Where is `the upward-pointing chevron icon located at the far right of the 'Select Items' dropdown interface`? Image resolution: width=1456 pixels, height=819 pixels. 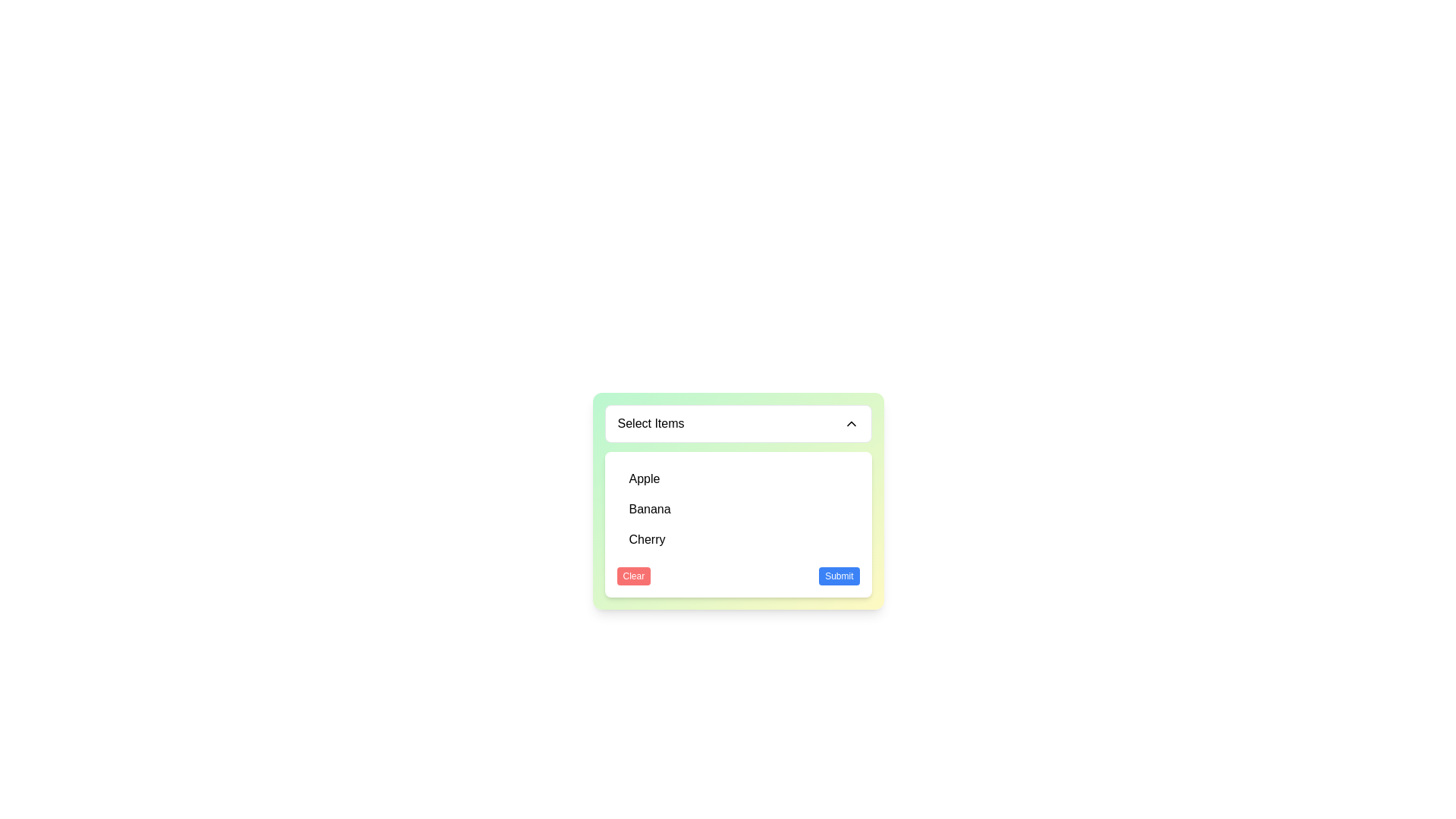 the upward-pointing chevron icon located at the far right of the 'Select Items' dropdown interface is located at coordinates (851, 424).